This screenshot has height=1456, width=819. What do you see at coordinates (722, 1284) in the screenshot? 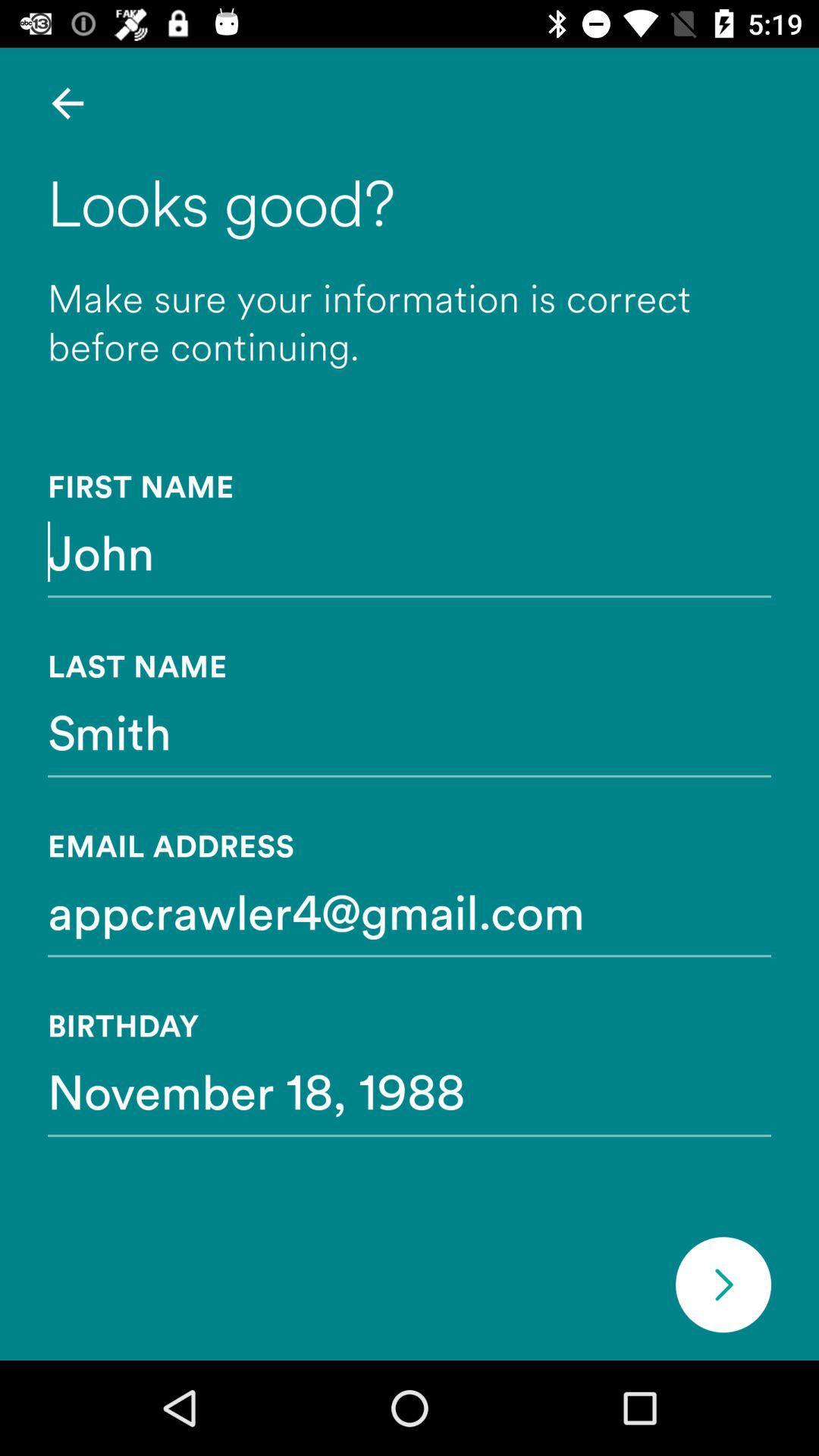
I see `the item at the bottom right corner` at bounding box center [722, 1284].